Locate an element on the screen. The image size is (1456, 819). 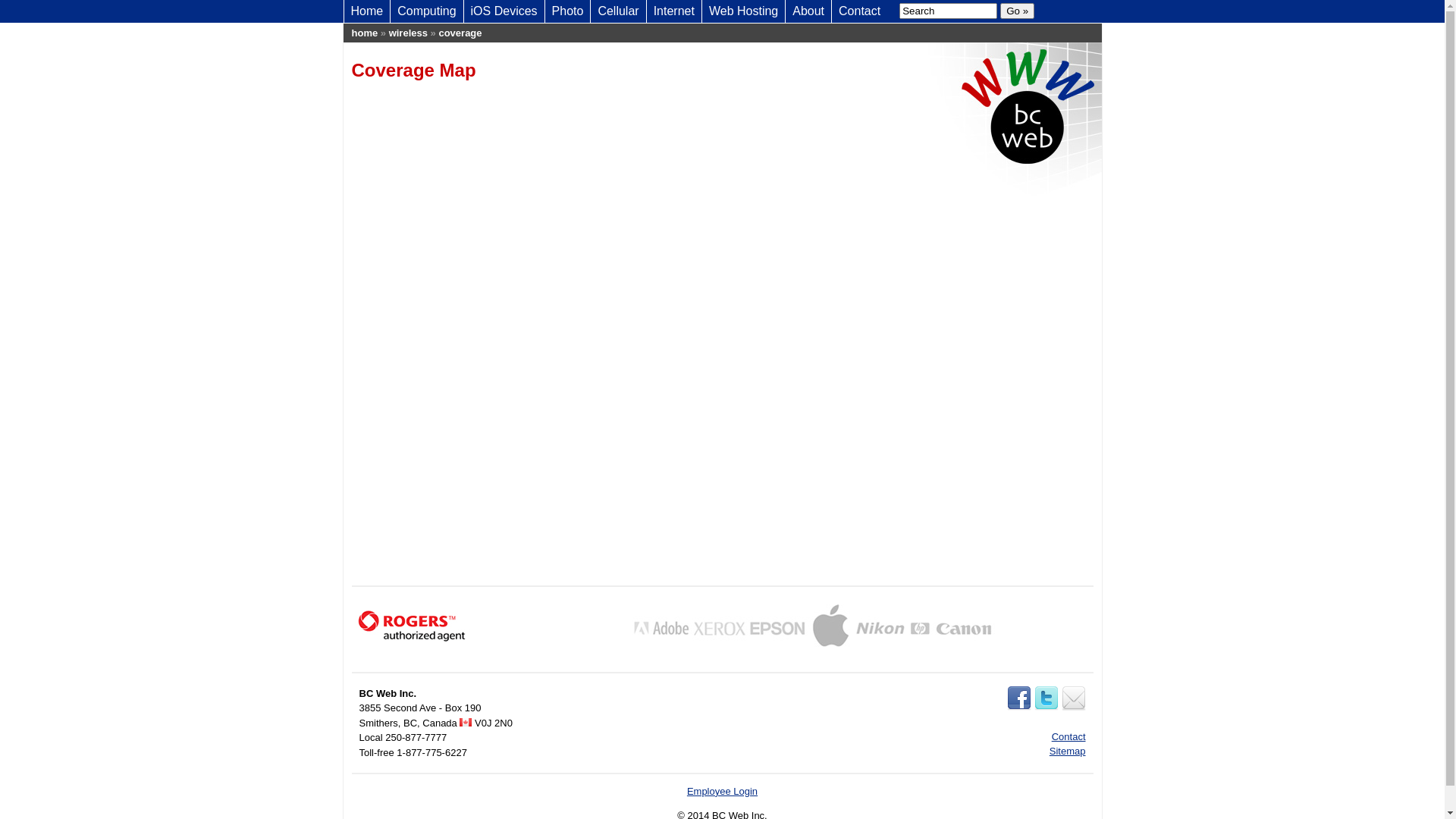
'Photo' is located at coordinates (566, 11).